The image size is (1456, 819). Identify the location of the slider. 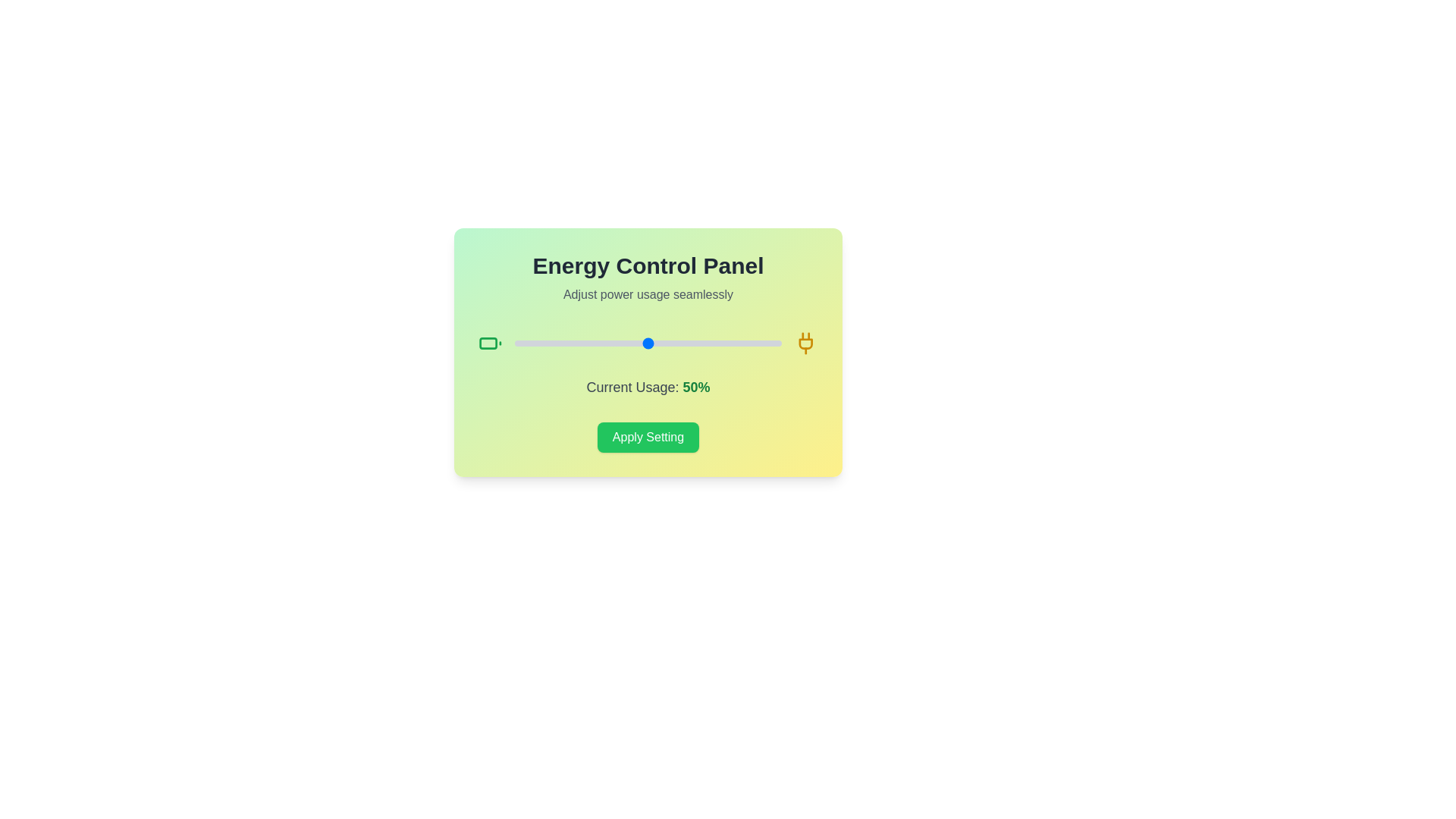
(556, 343).